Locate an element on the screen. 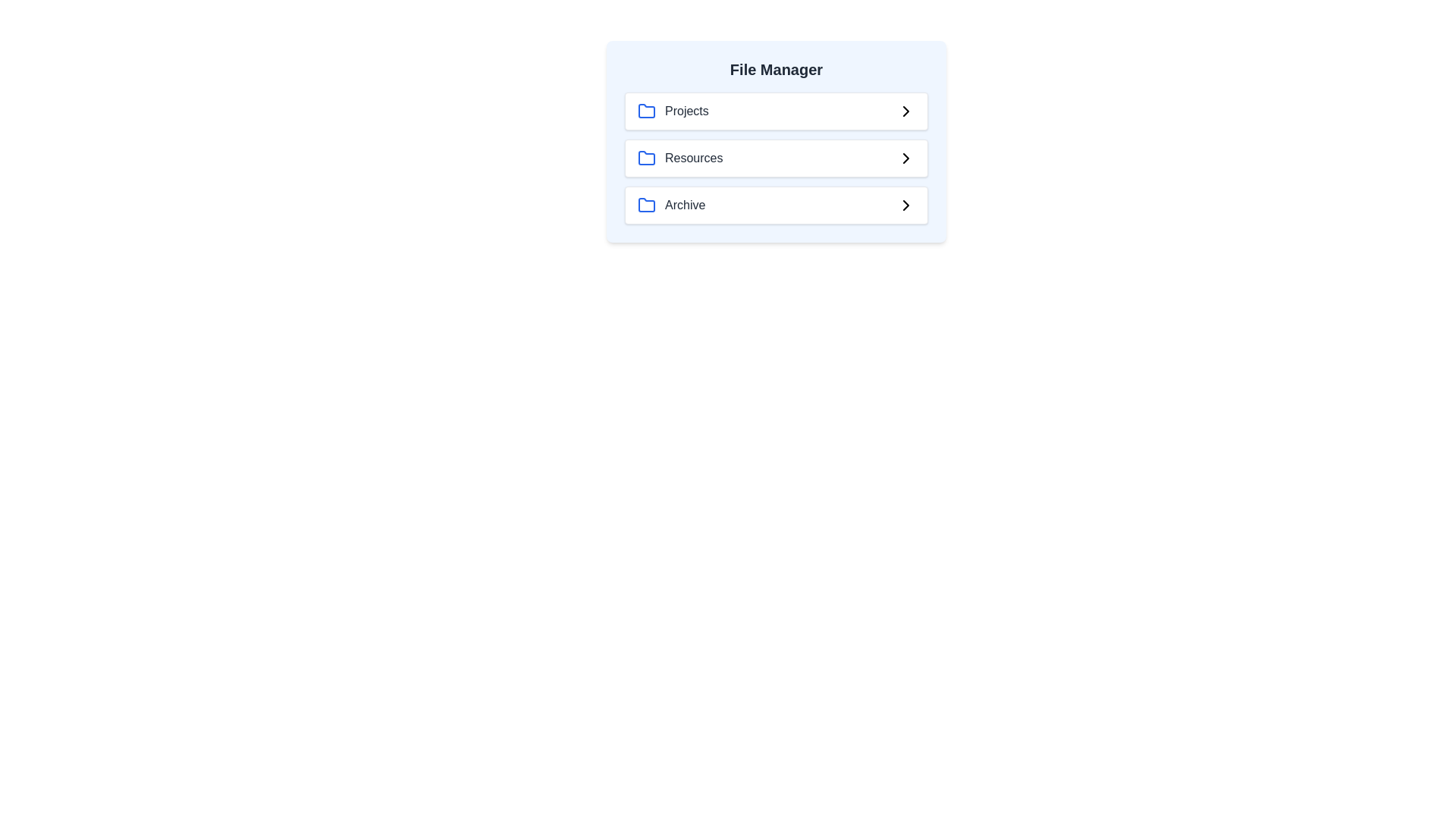  the third navigation link labeled 'Archive' is located at coordinates (670, 205).